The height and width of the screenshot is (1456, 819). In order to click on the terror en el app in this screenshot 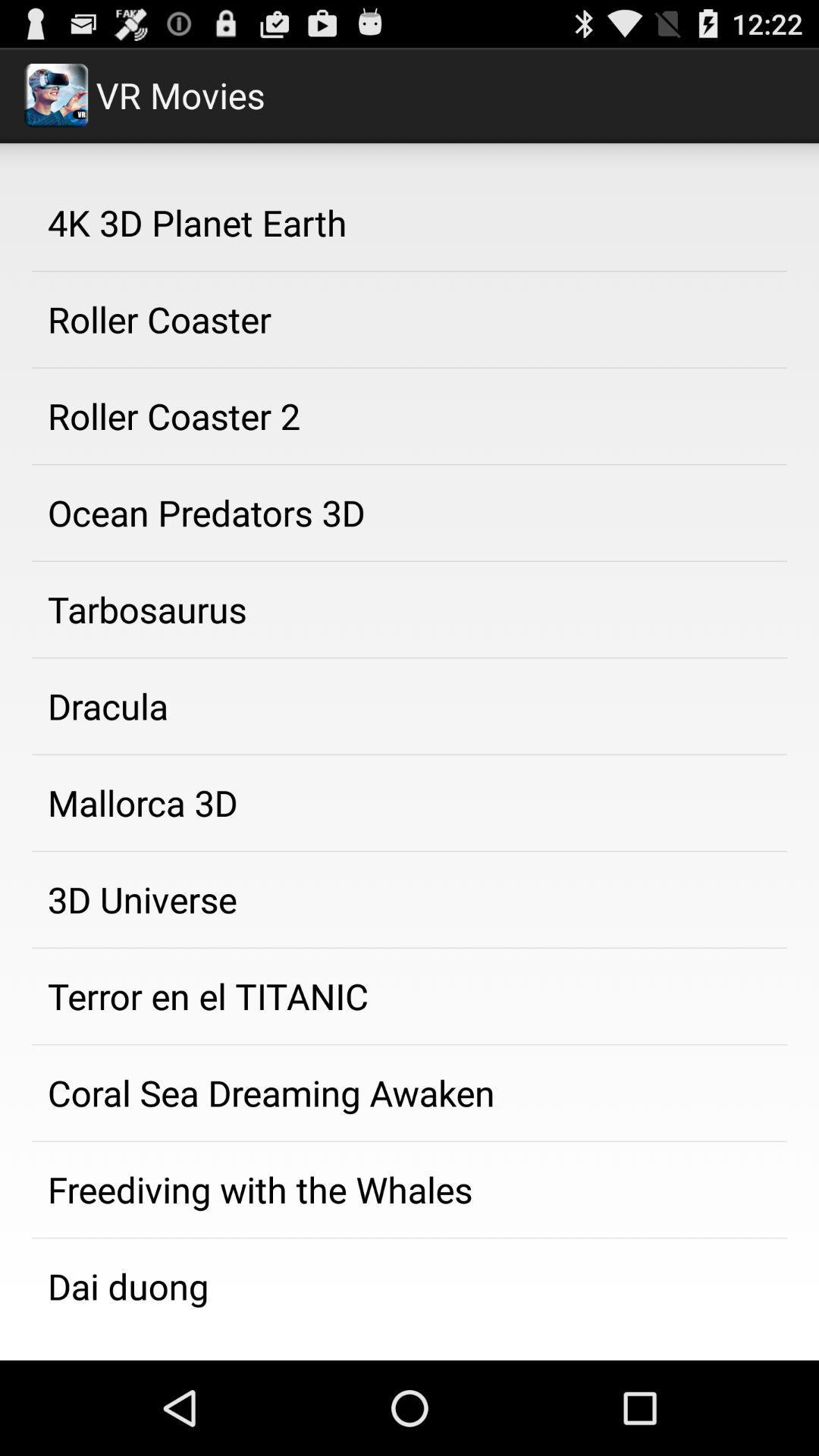, I will do `click(409, 996)`.